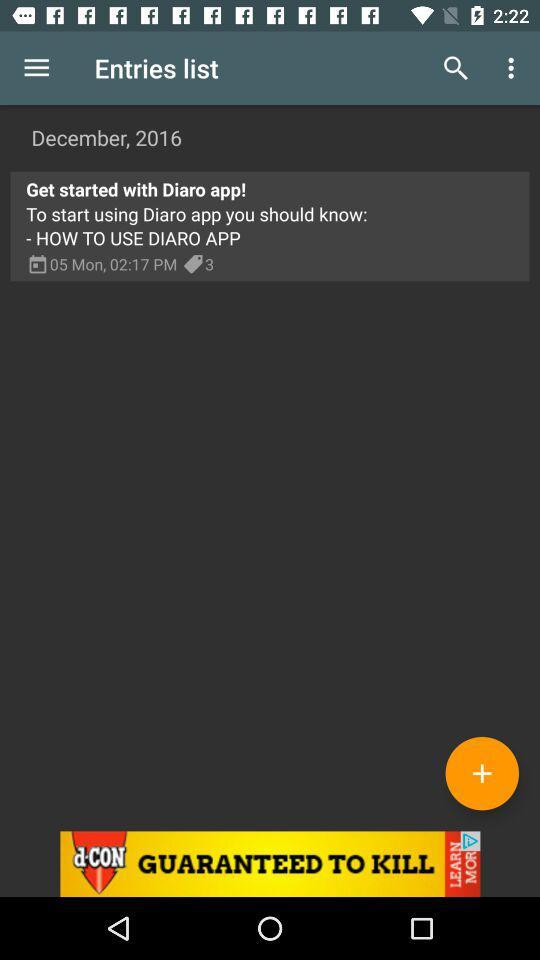 This screenshot has width=540, height=960. Describe the element at coordinates (481, 772) in the screenshot. I see `increase` at that location.